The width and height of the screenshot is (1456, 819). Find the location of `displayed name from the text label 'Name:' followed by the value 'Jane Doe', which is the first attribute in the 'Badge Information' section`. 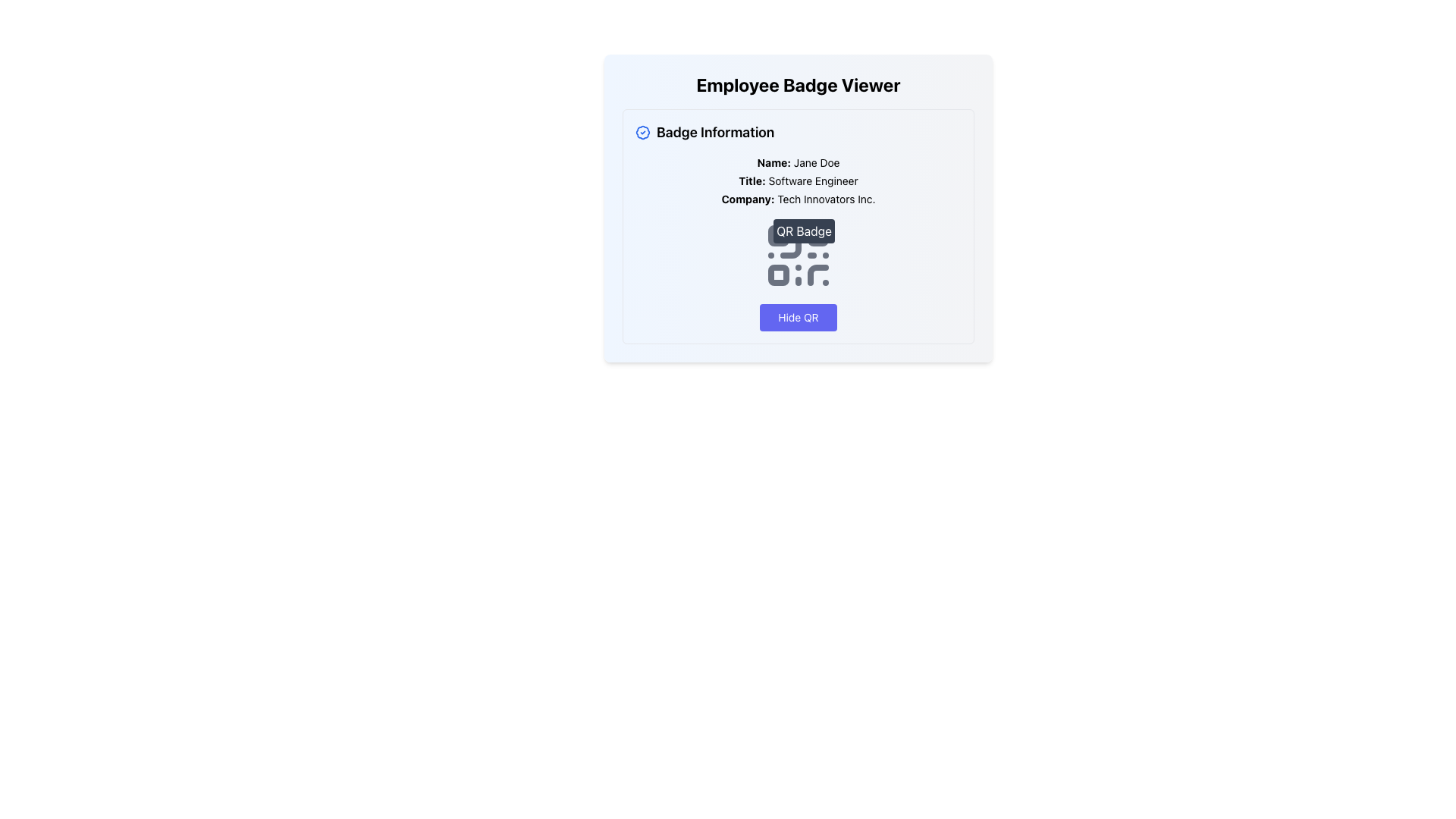

displayed name from the text label 'Name:' followed by the value 'Jane Doe', which is the first attribute in the 'Badge Information' section is located at coordinates (797, 163).